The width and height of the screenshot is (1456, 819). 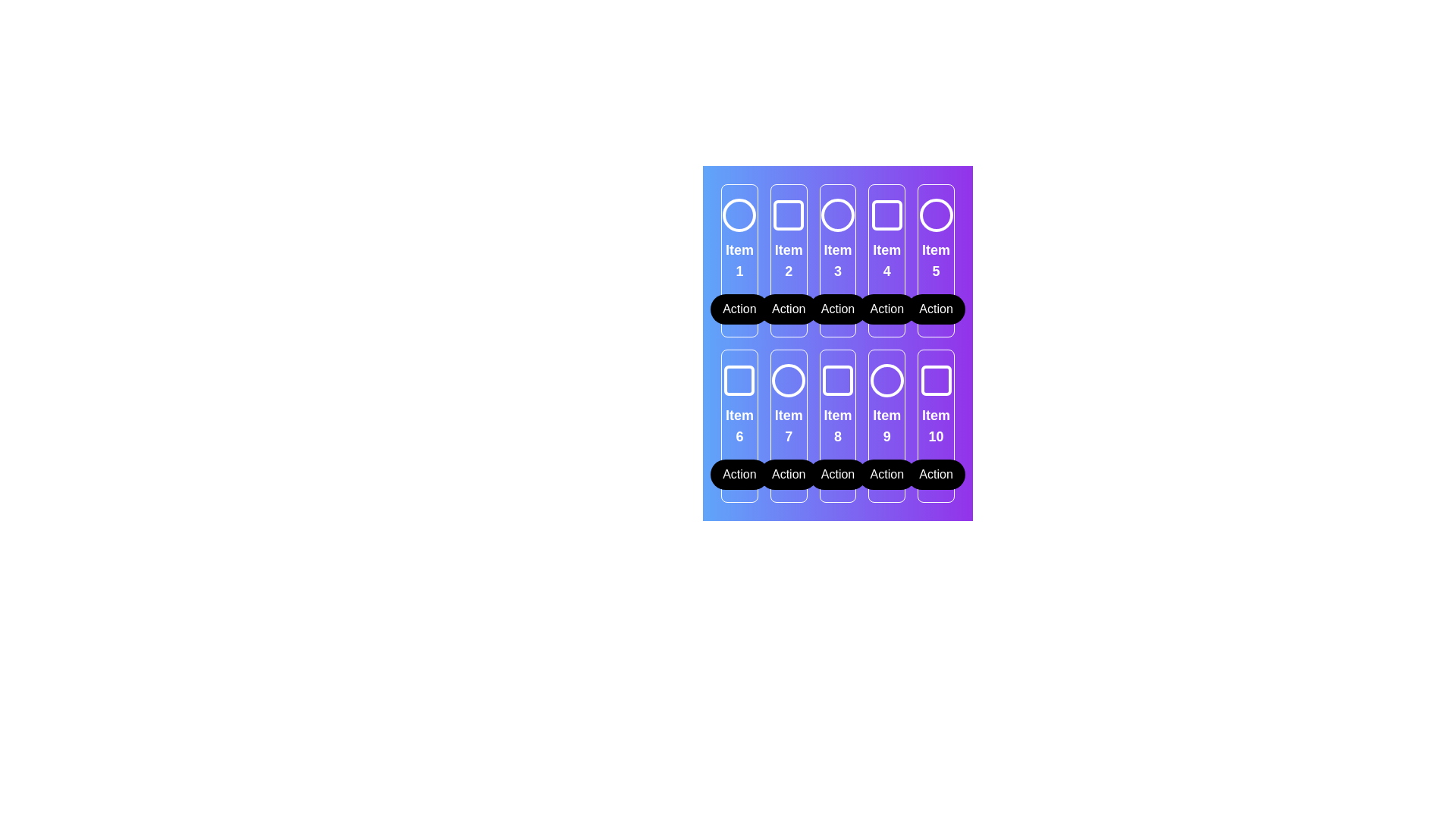 I want to click on the black rounded rectangular button labeled 'Action' to observe its styling effects, located below 'Item 5', so click(x=935, y=309).